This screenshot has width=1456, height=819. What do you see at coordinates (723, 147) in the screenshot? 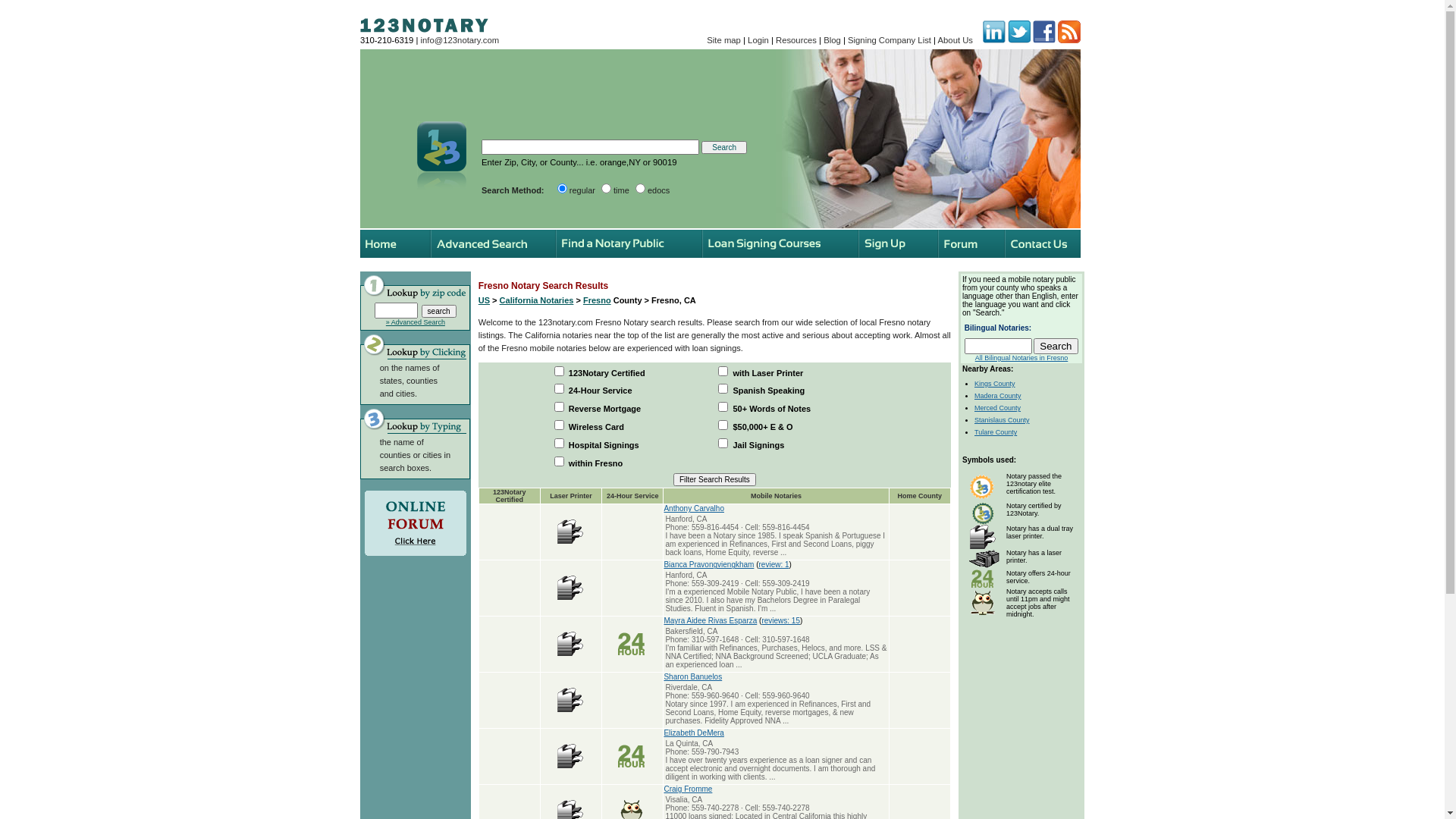
I see `'Search'` at bounding box center [723, 147].